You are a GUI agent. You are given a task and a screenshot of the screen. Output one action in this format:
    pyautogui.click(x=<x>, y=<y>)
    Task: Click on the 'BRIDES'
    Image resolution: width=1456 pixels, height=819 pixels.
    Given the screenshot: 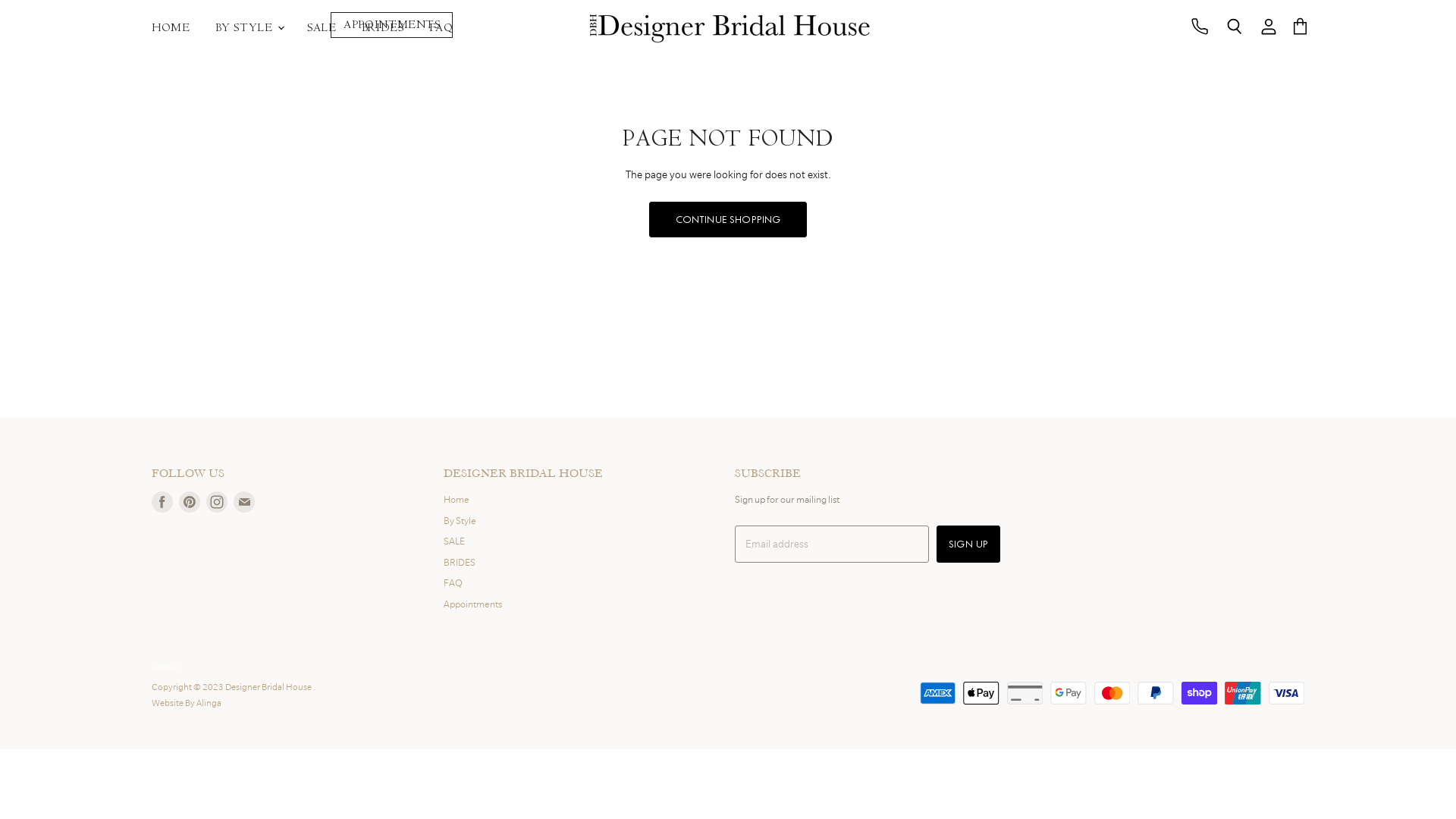 What is the action you would take?
    pyautogui.click(x=443, y=562)
    